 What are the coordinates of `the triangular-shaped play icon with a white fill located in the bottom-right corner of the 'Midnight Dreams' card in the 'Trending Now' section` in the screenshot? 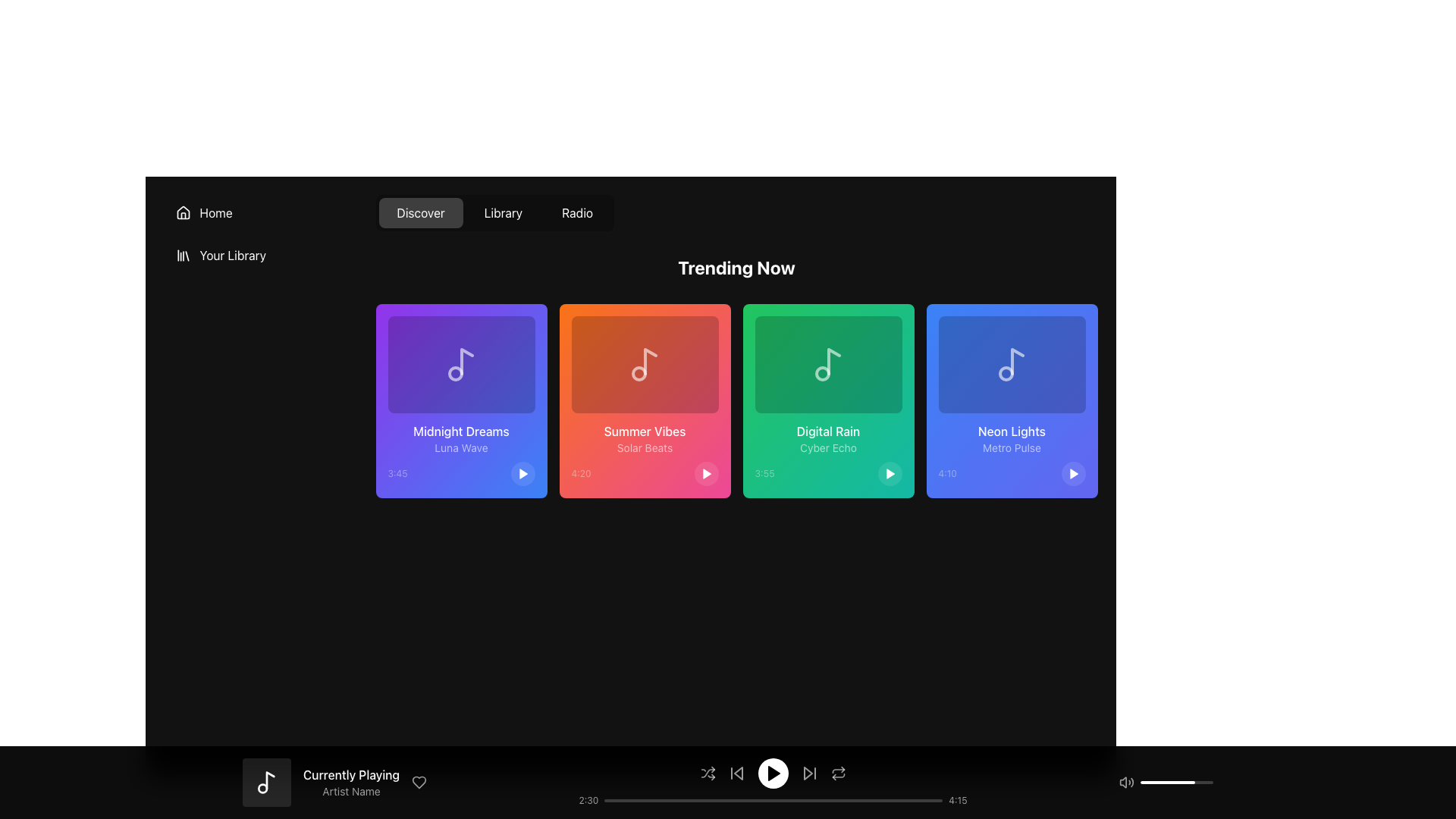 It's located at (522, 472).